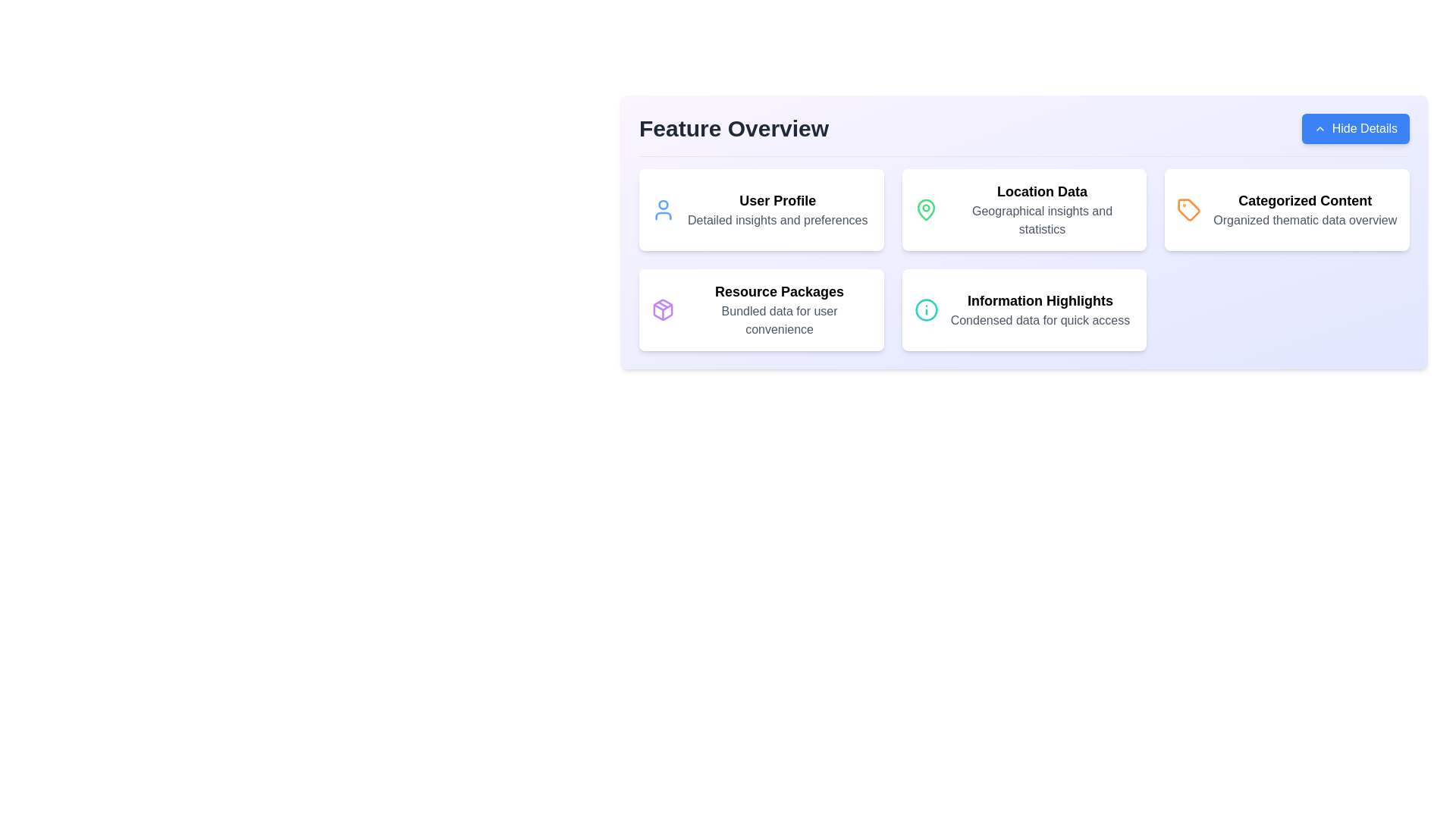  Describe the element at coordinates (777, 210) in the screenshot. I see `text content of the element titled 'User Profile' with the description 'Detailed insights and preferences', located in the top-left corner of the grid layout` at that location.